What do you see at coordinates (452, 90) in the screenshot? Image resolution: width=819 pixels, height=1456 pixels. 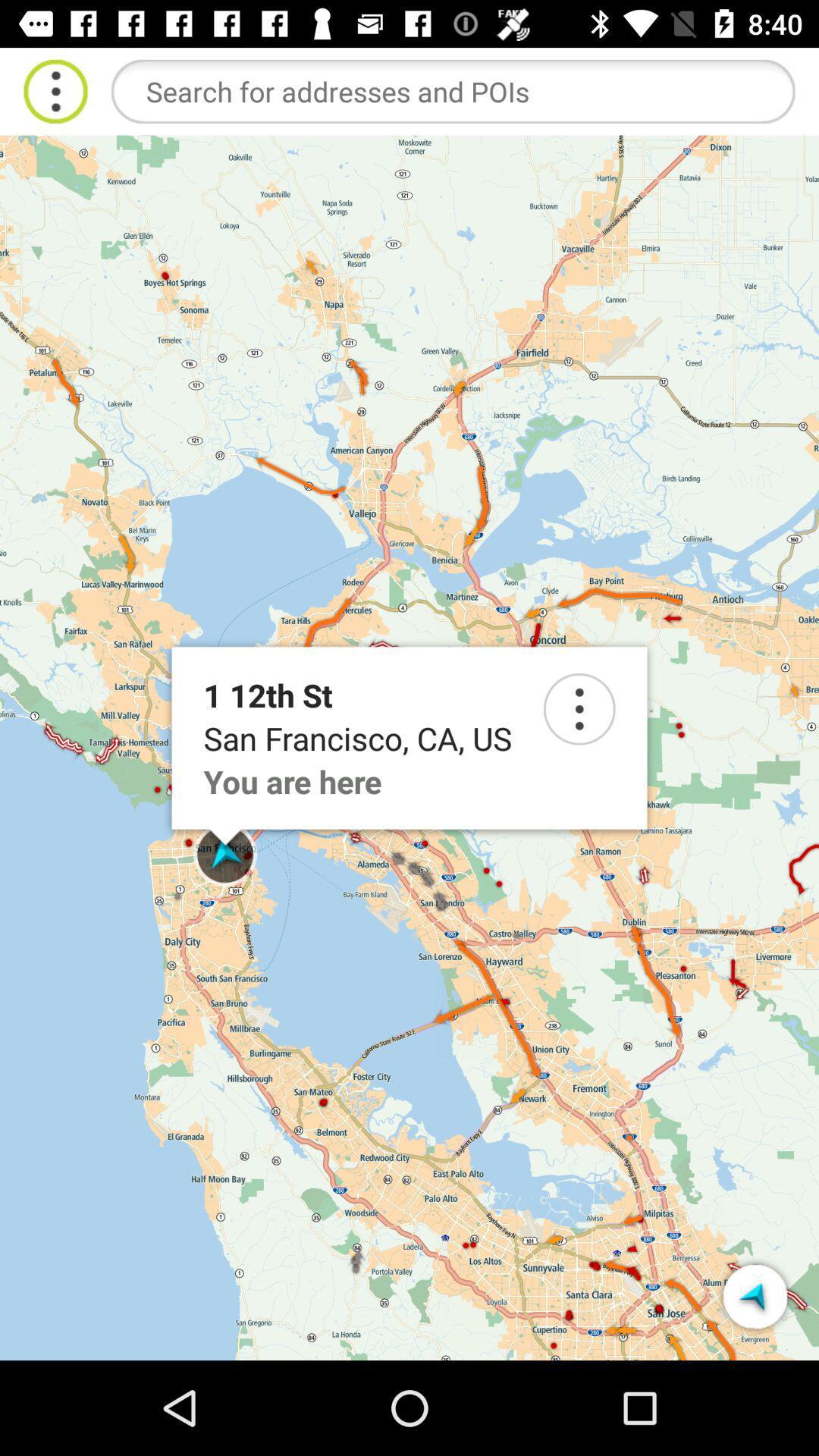 I see `type search text` at bounding box center [452, 90].